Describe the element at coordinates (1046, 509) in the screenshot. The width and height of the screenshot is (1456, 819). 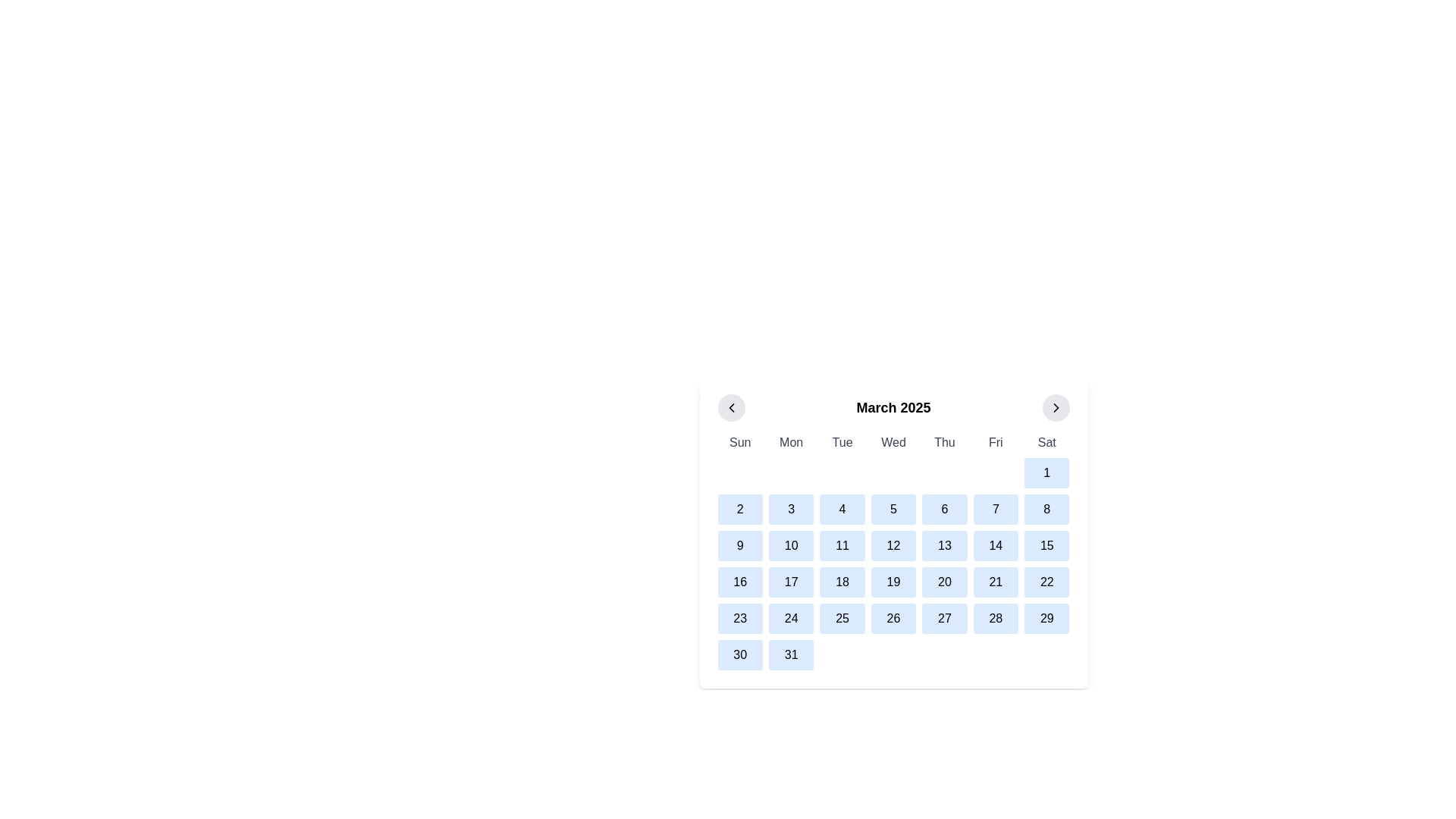
I see `the rounded rectangular button with a blue background and the text '8'` at that location.